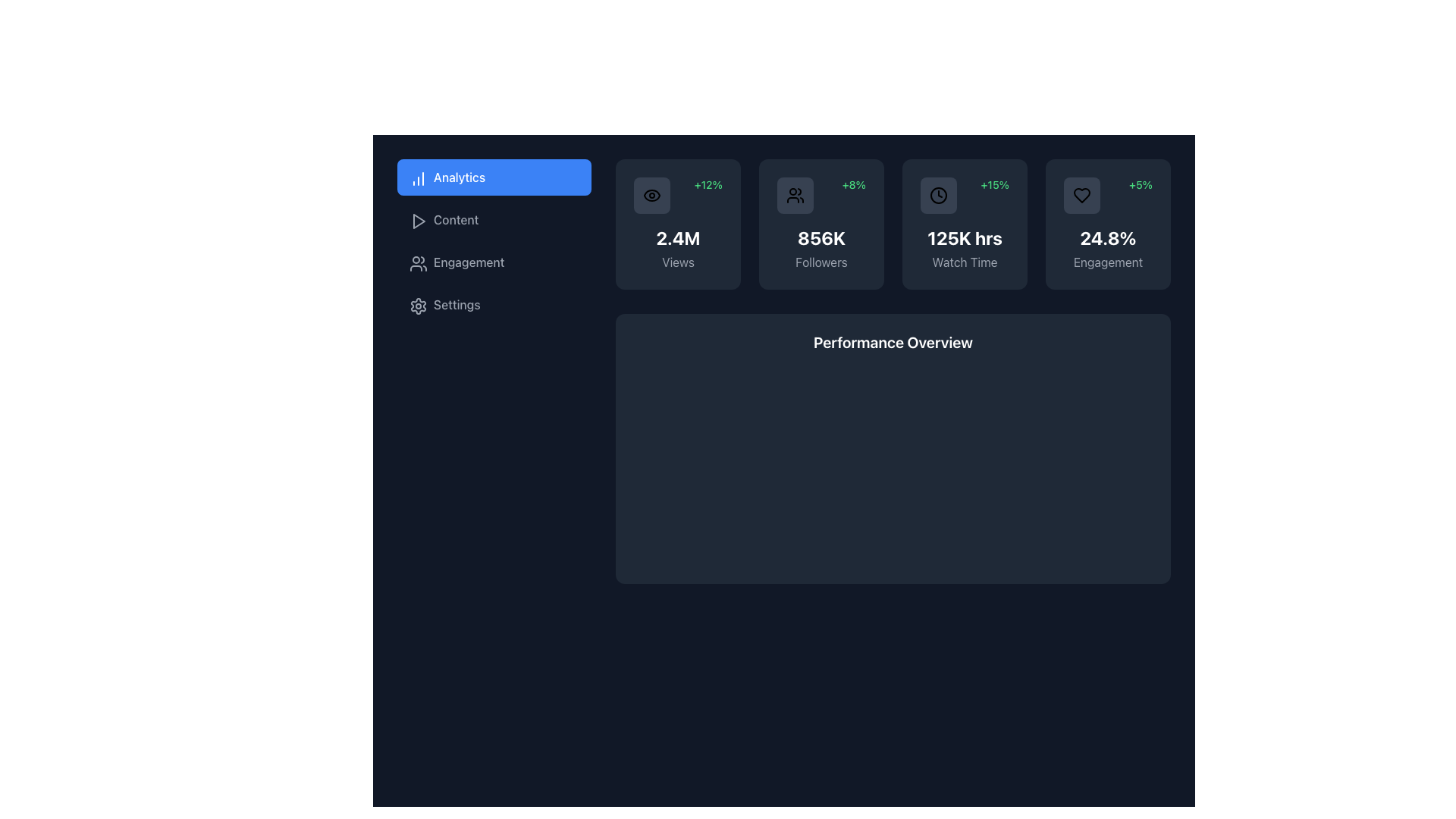 This screenshot has height=819, width=1456. Describe the element at coordinates (417, 262) in the screenshot. I see `the user figures icon, which is styled as a group of human bust outlines and is located on the left-hand navigation bar next to the 'Engagement' label` at that location.